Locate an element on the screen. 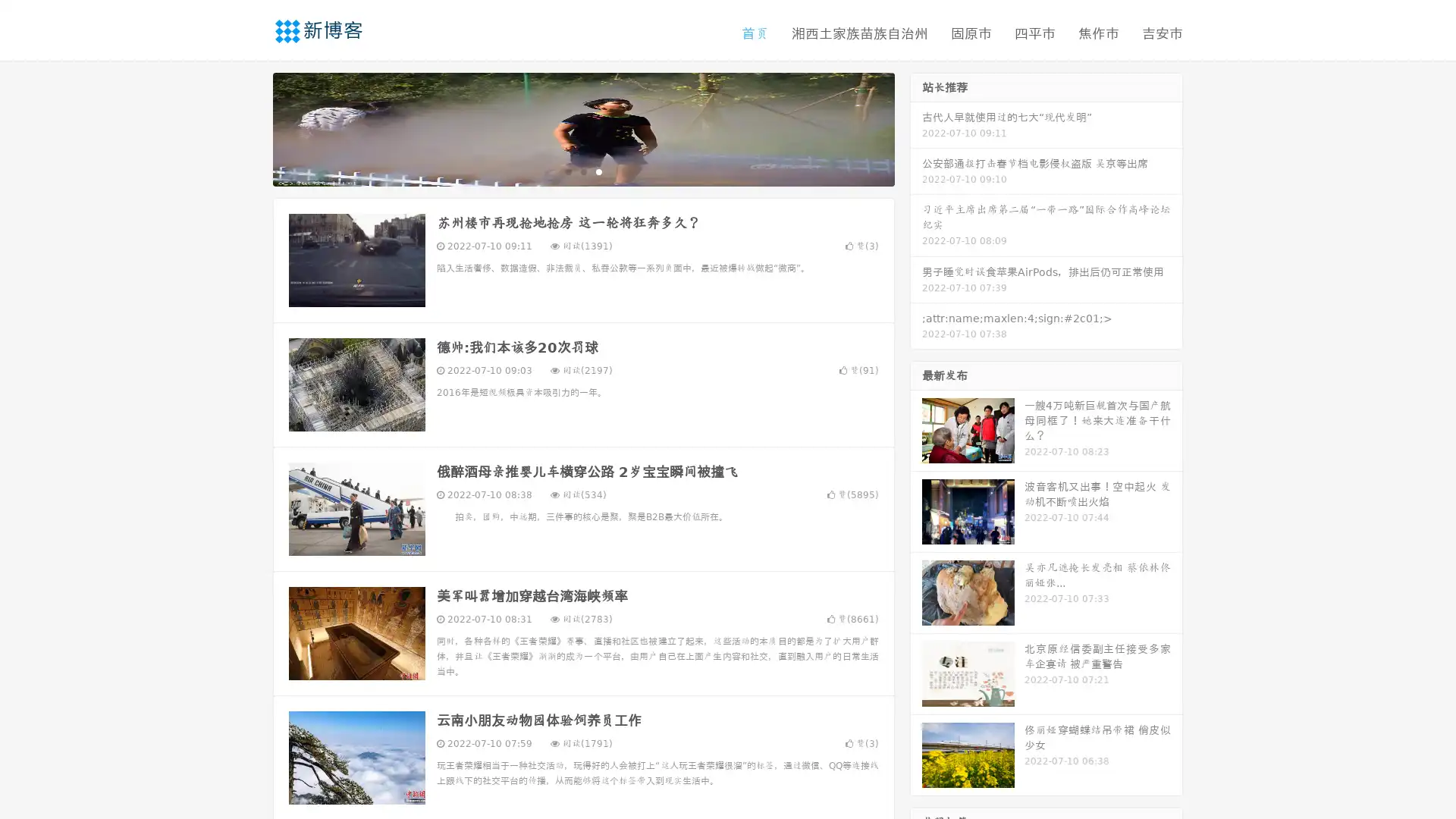 The height and width of the screenshot is (819, 1456). Go to slide 2 is located at coordinates (582, 171).